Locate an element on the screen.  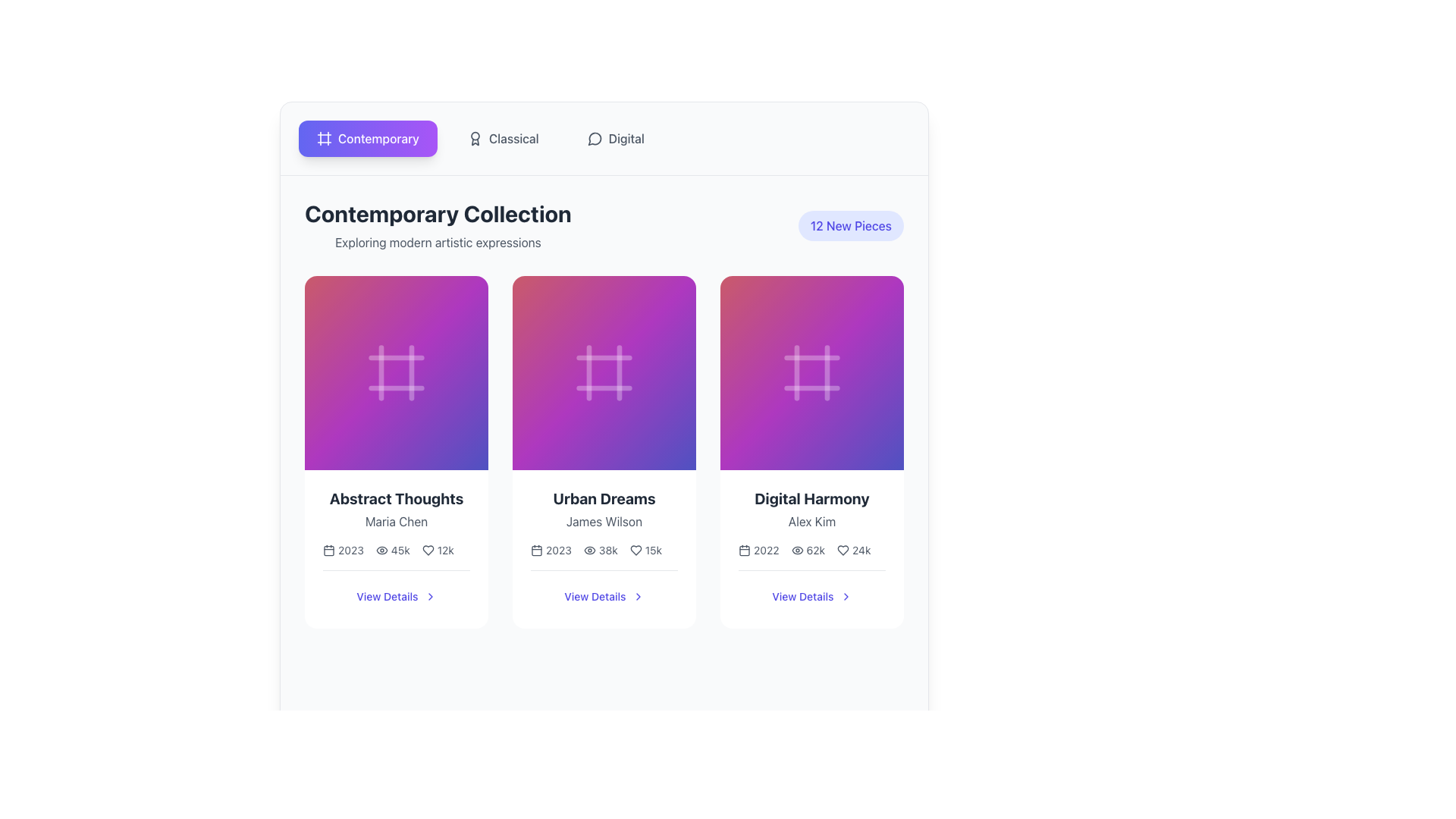
the 'Digital' menu option for keyboard navigation is located at coordinates (603, 138).